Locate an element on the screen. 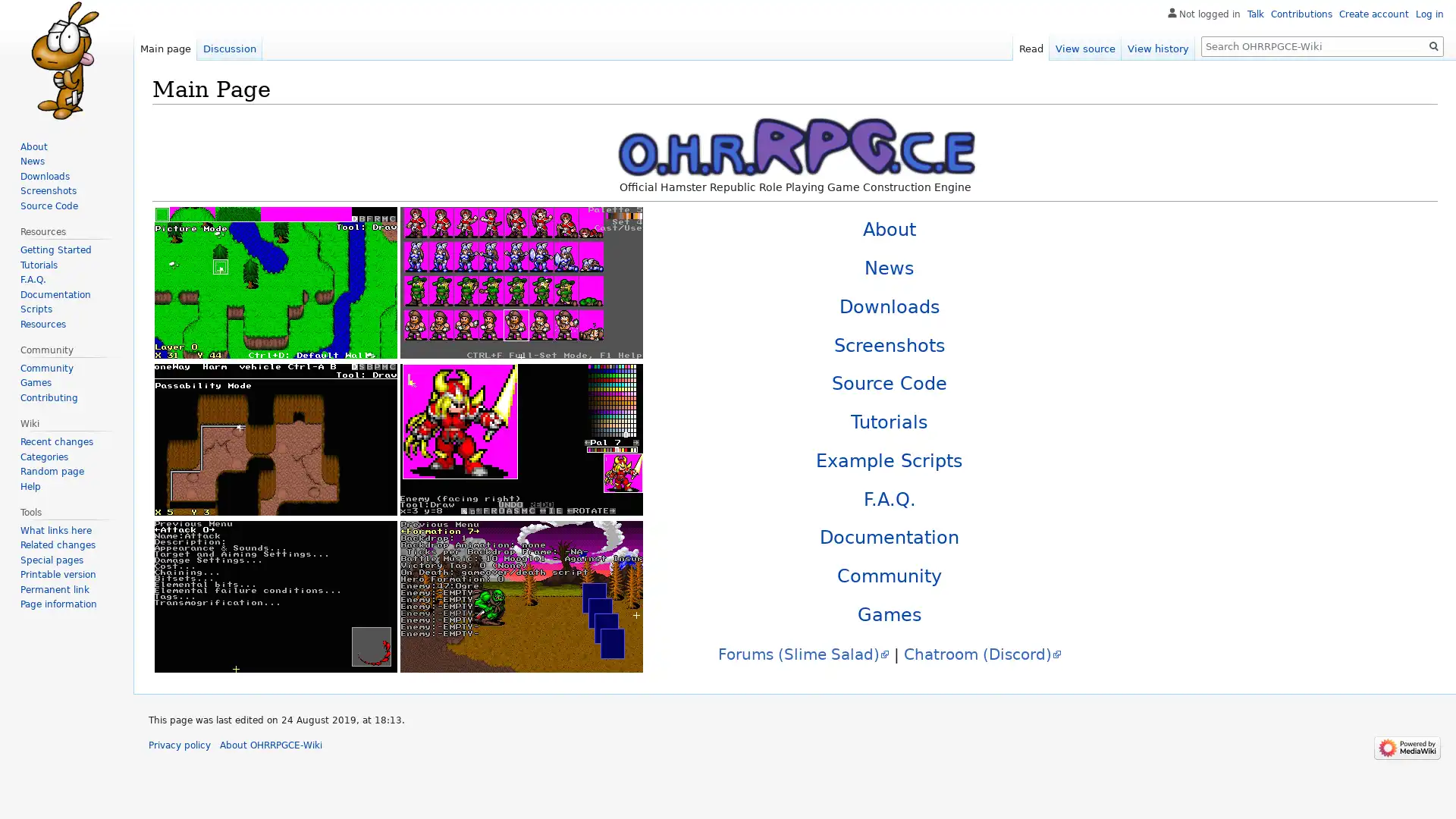 The height and width of the screenshot is (819, 1456). Search is located at coordinates (1433, 45).